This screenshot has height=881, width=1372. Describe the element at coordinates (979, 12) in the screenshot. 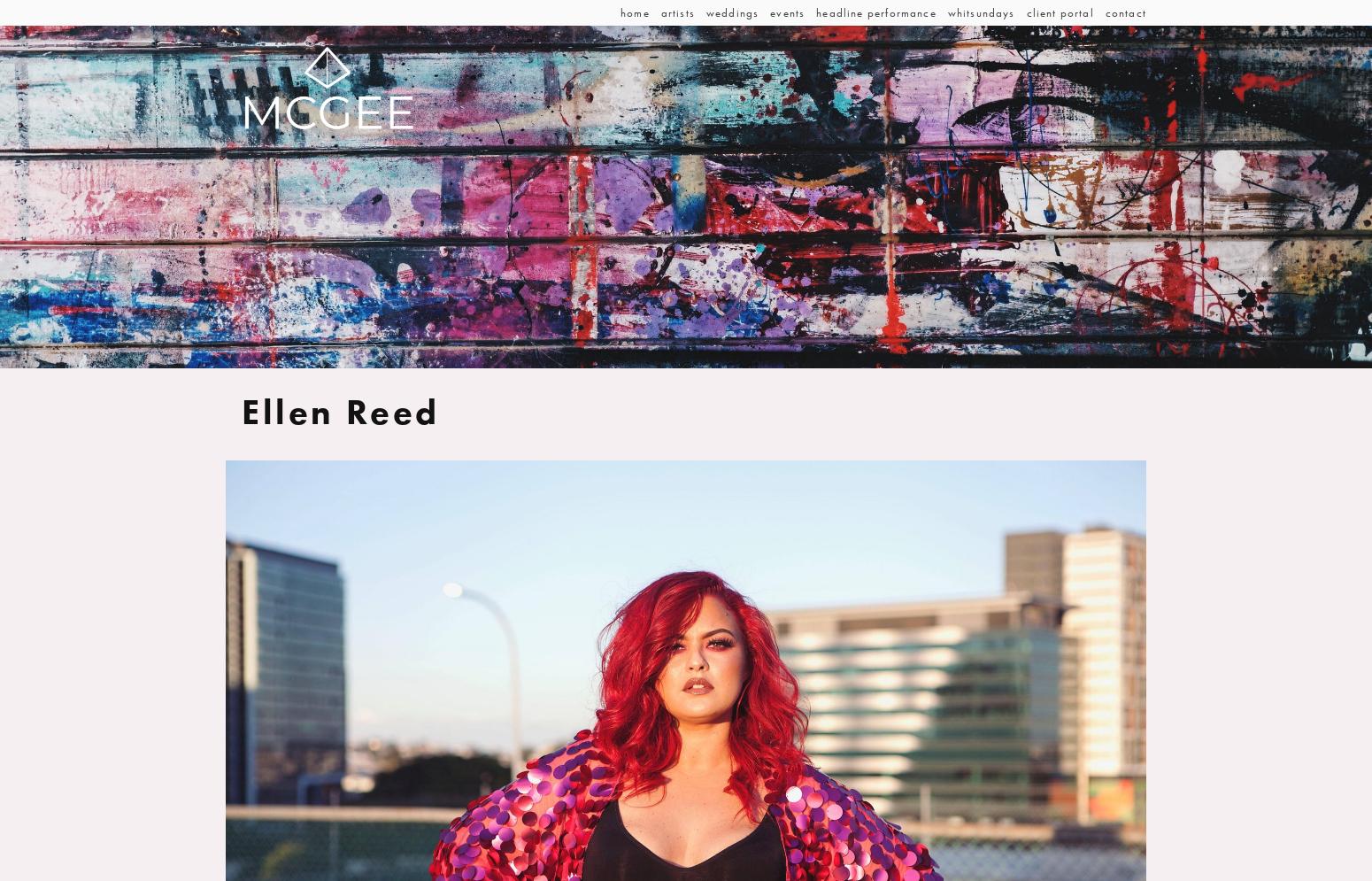

I see `'Whitsundays'` at that location.